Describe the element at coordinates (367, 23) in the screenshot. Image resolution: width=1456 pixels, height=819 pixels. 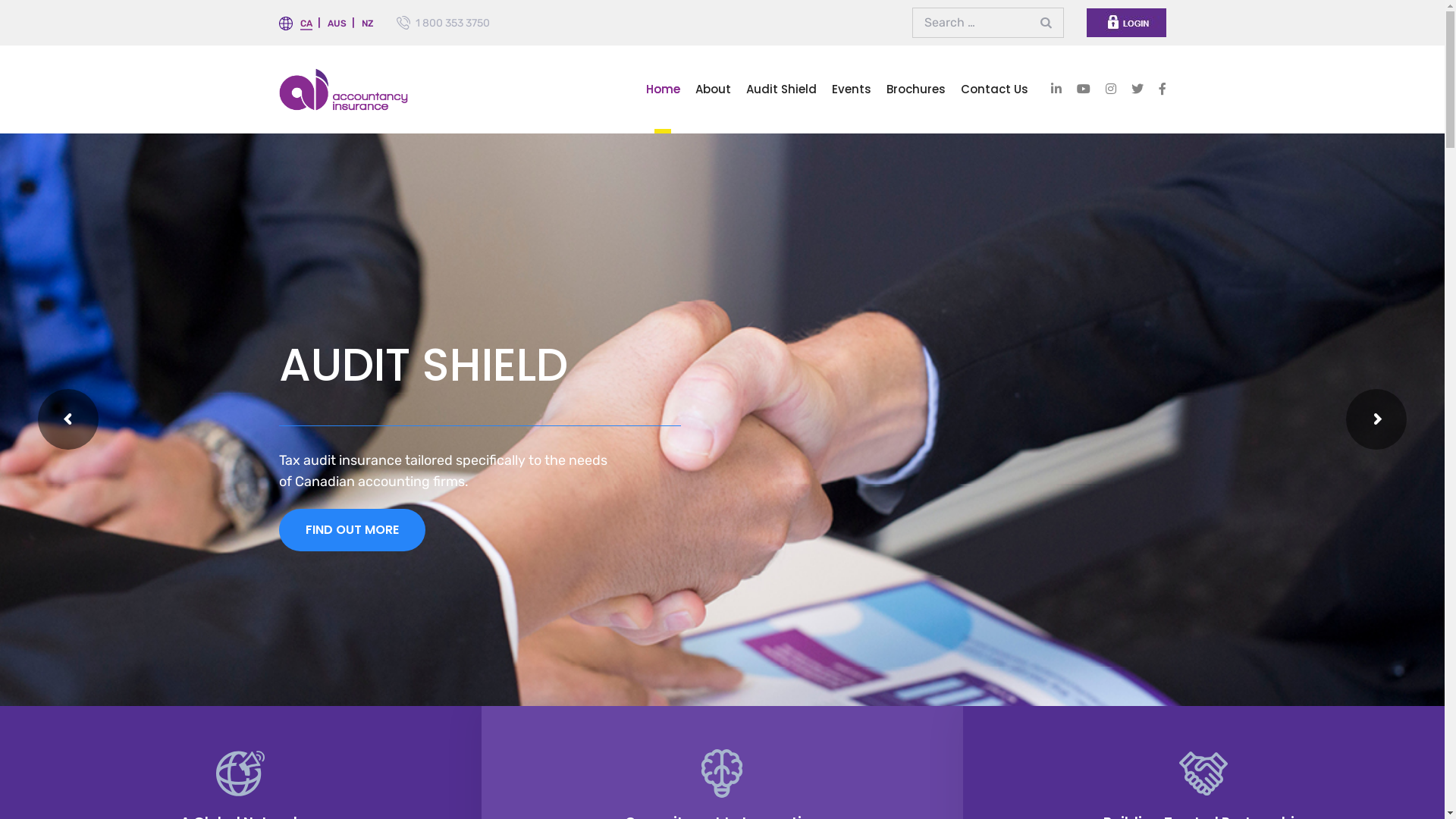
I see `'NZ'` at that location.